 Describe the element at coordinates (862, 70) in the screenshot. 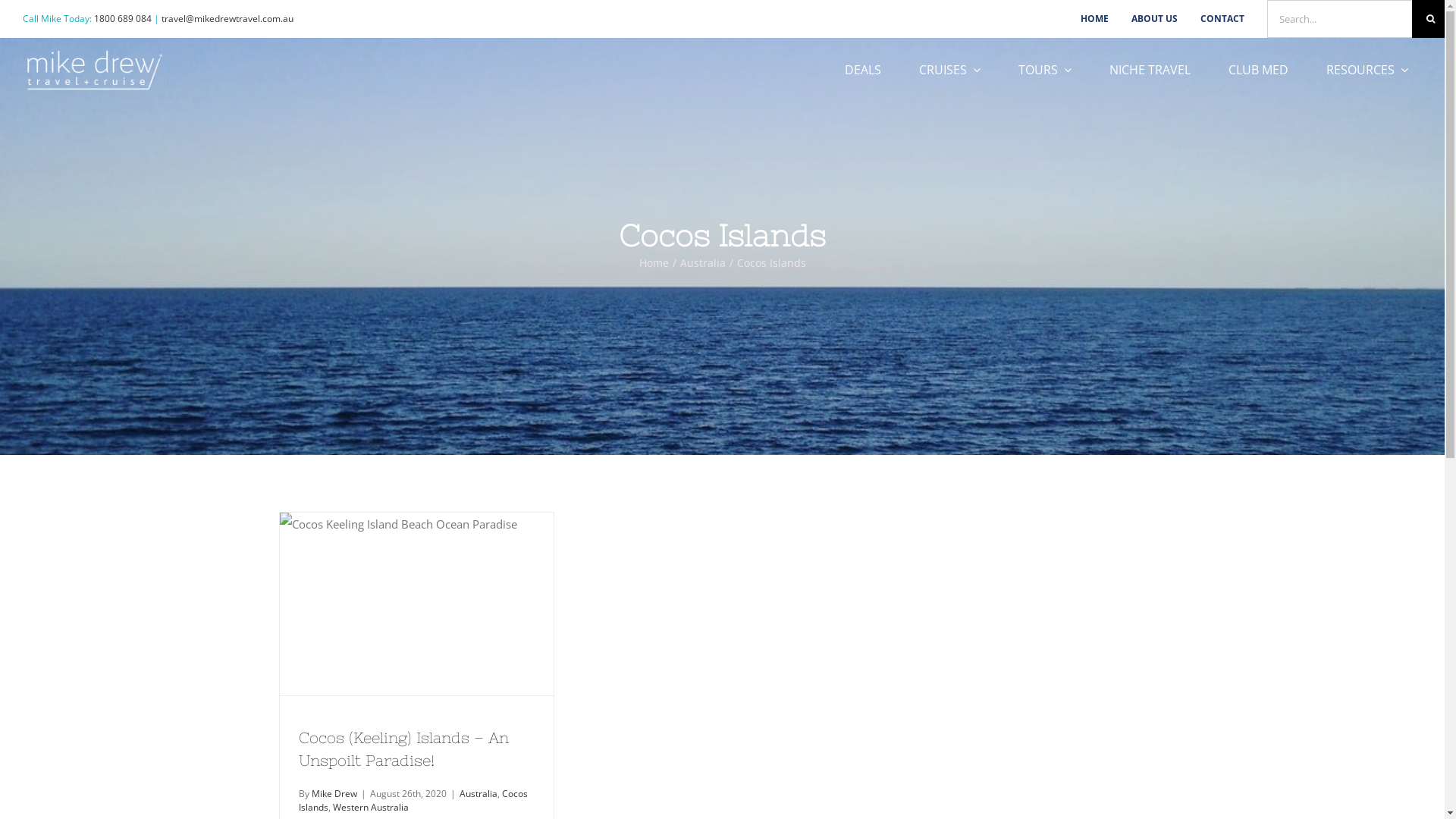

I see `'DEALS'` at that location.